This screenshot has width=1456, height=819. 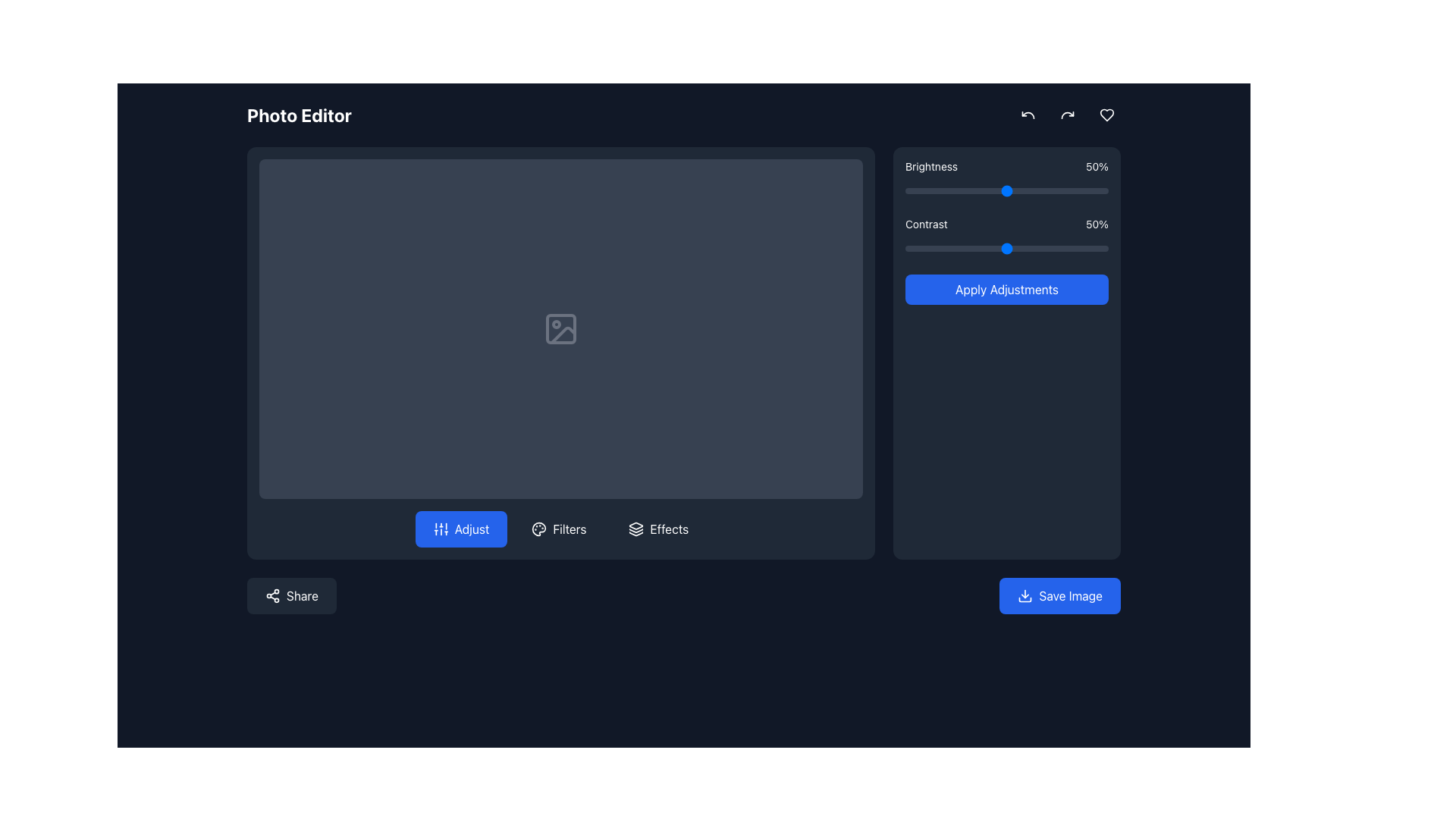 What do you see at coordinates (1106, 114) in the screenshot?
I see `the 'like' or 'favorite' icon located at the top-right corner of the interface, adjacent to the undo and redo buttons` at bounding box center [1106, 114].